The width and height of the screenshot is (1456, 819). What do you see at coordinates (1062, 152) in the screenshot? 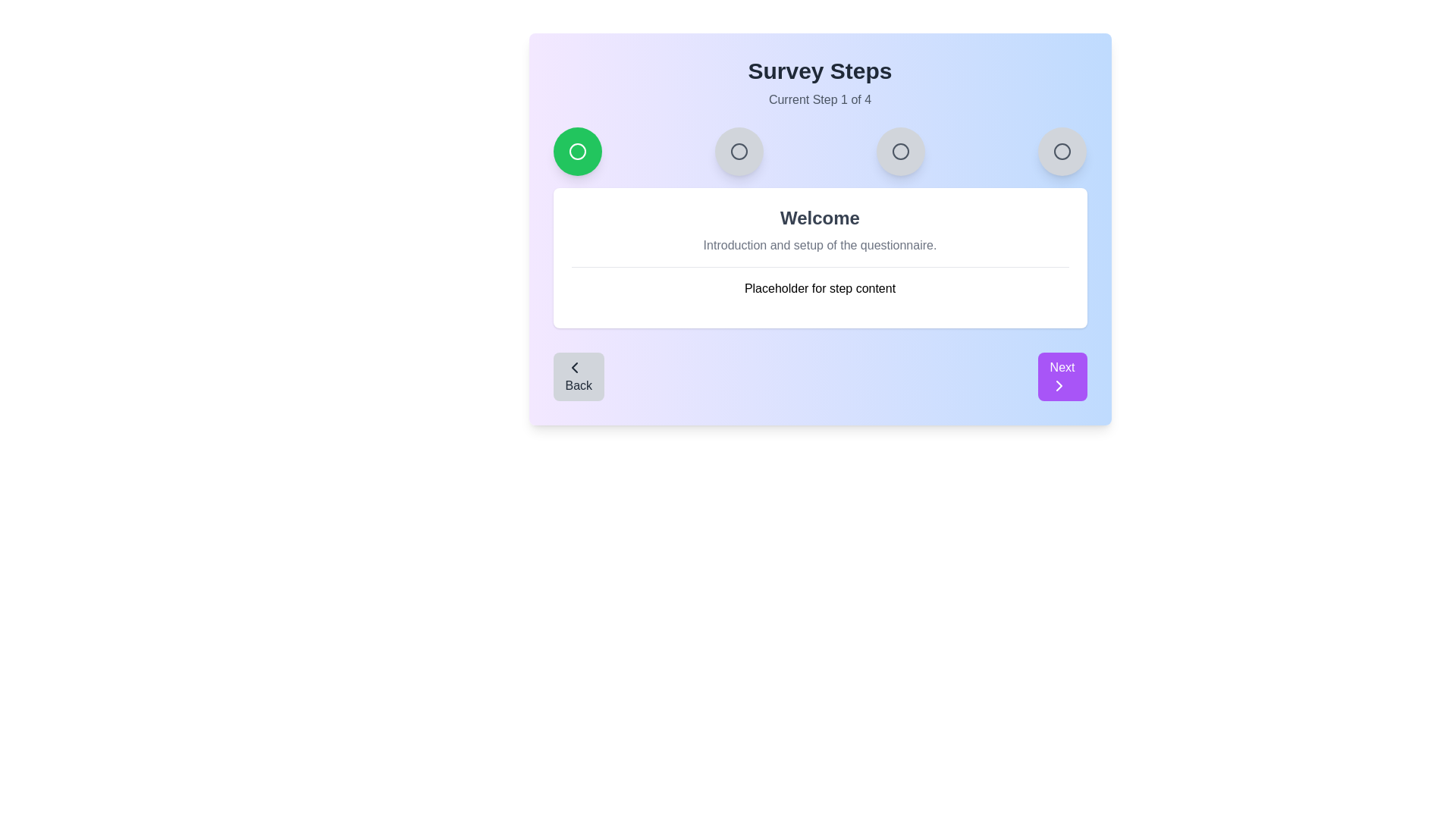
I see `the fourth step indicator, which is a circular button with a gray background and a smaller circle graphic inside, located at the right end of the row of step indicators` at bounding box center [1062, 152].